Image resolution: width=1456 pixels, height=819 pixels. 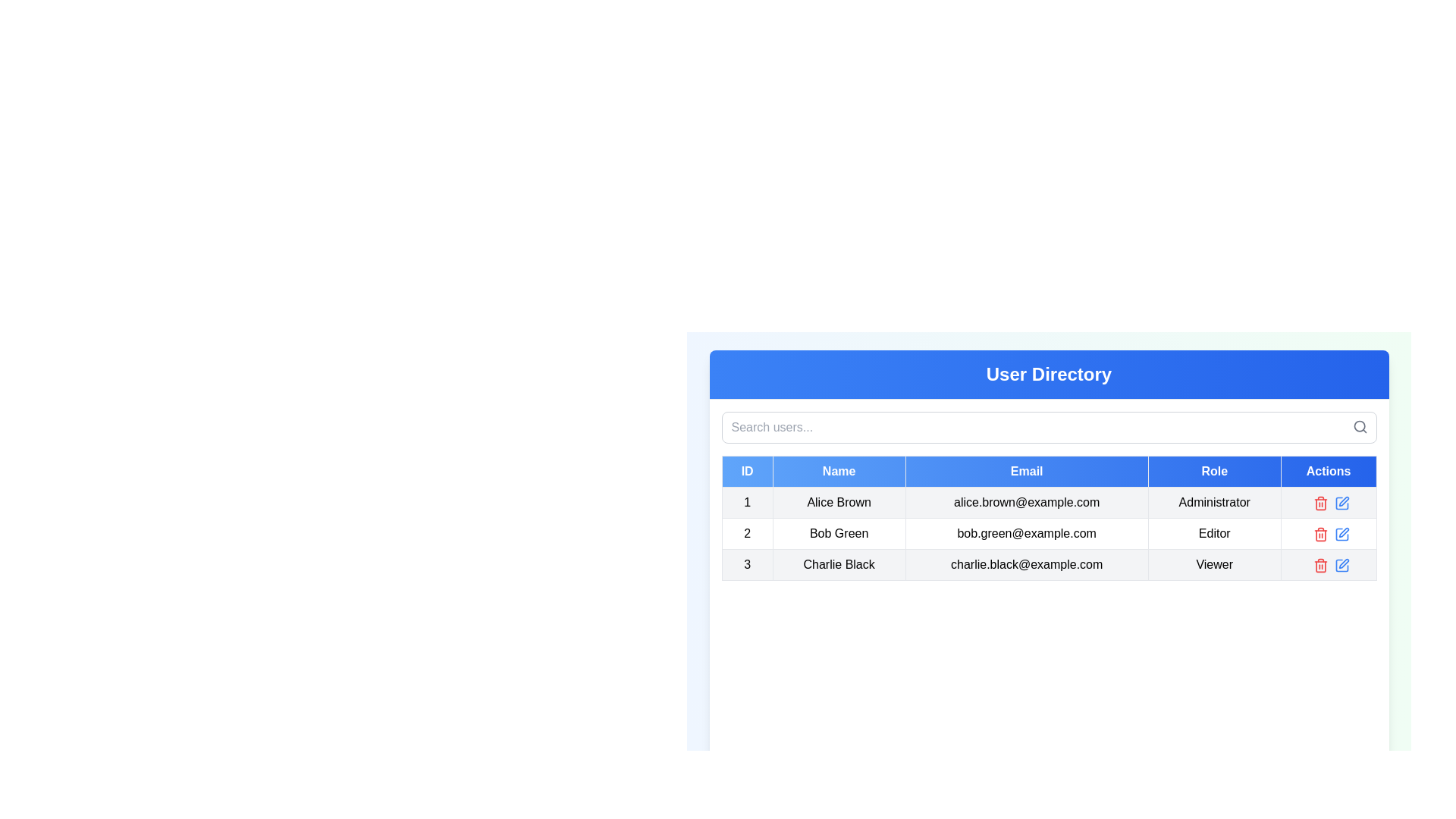 I want to click on on the 'Email' column header cell in the data table, so click(x=1026, y=470).